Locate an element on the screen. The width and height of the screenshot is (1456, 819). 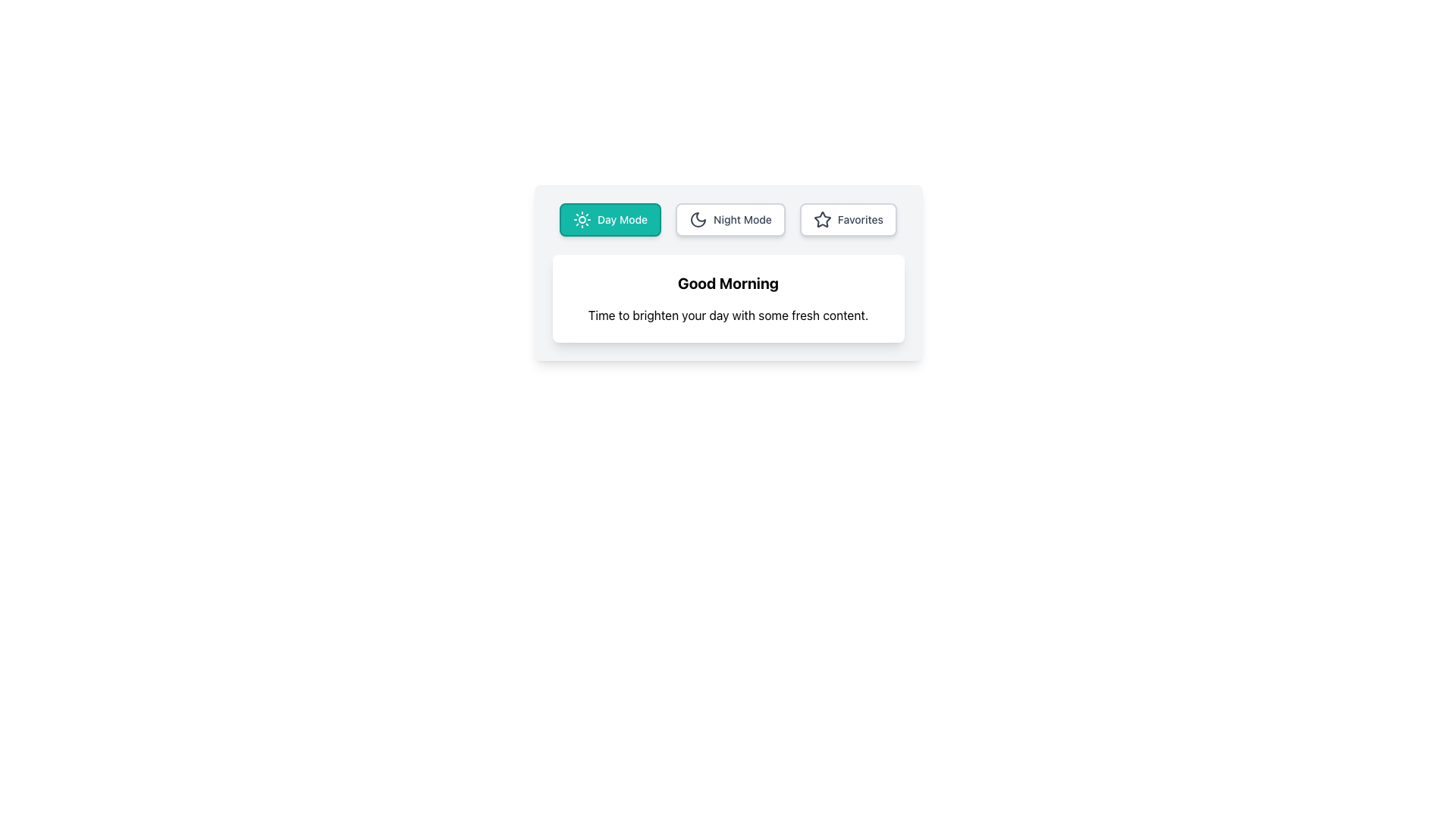
the 'Favorites' button, which is the rightmost button among three is located at coordinates (847, 219).